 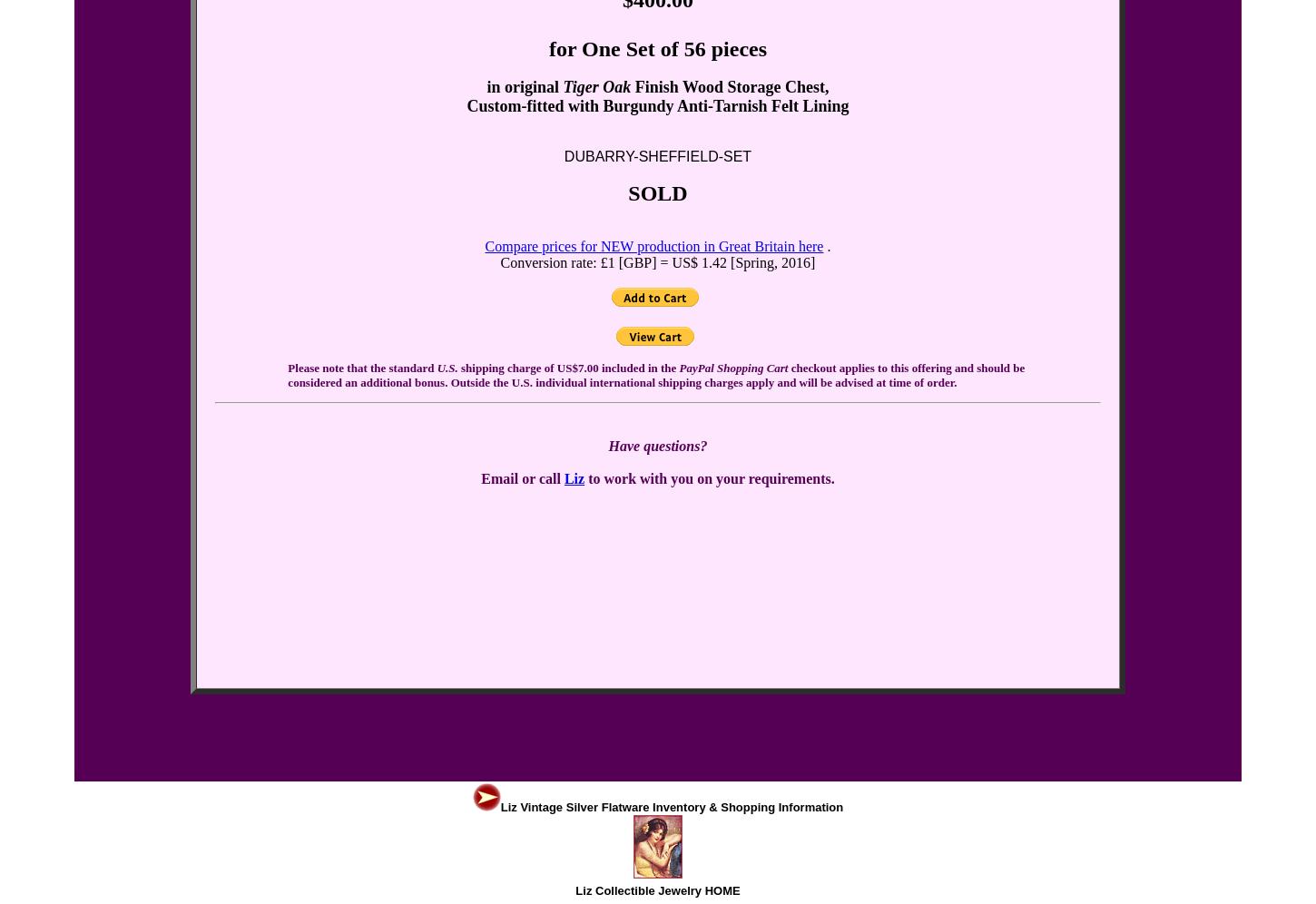 What do you see at coordinates (826, 246) in the screenshot?
I see `'.'` at bounding box center [826, 246].